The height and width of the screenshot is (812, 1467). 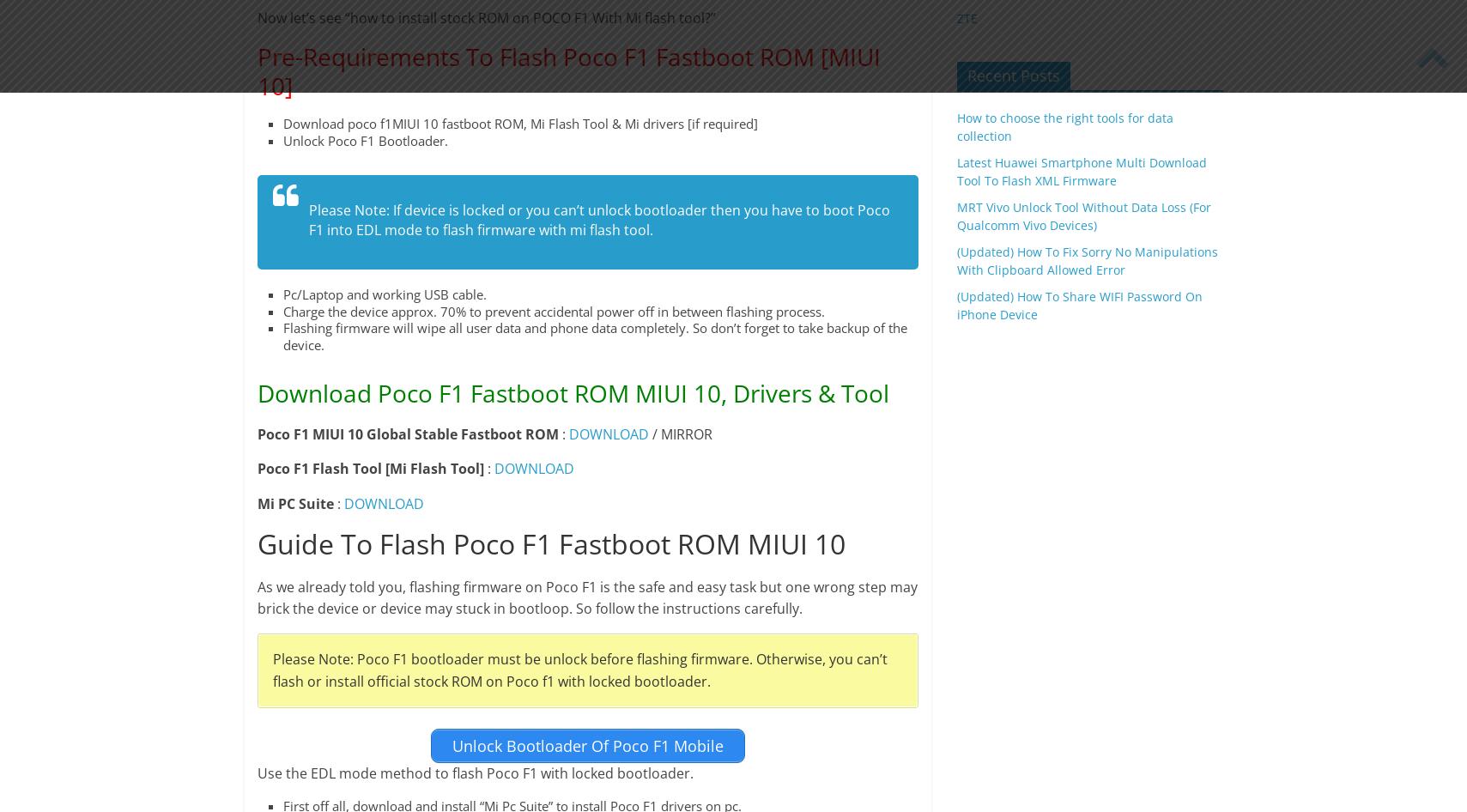 I want to click on 'Please Note: Poco F1 bootloader must be unlock before flashing firmware. Otherwise, you can’t flash or install official stock ROM on Poco f1 with locked bootloader.', so click(x=579, y=668).